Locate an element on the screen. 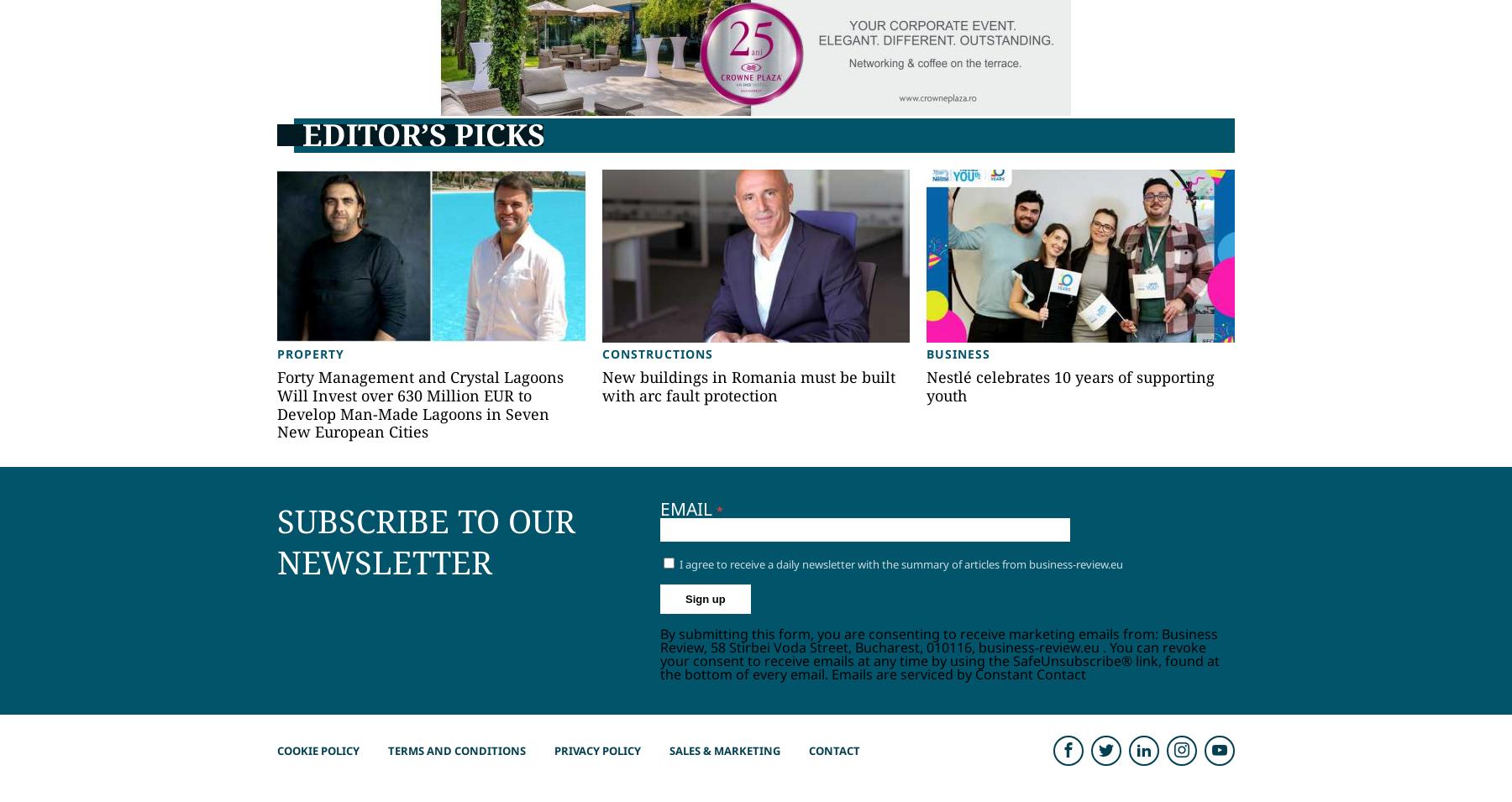  'Nestlé celebrates 10 years of supporting youth' is located at coordinates (1070, 385).